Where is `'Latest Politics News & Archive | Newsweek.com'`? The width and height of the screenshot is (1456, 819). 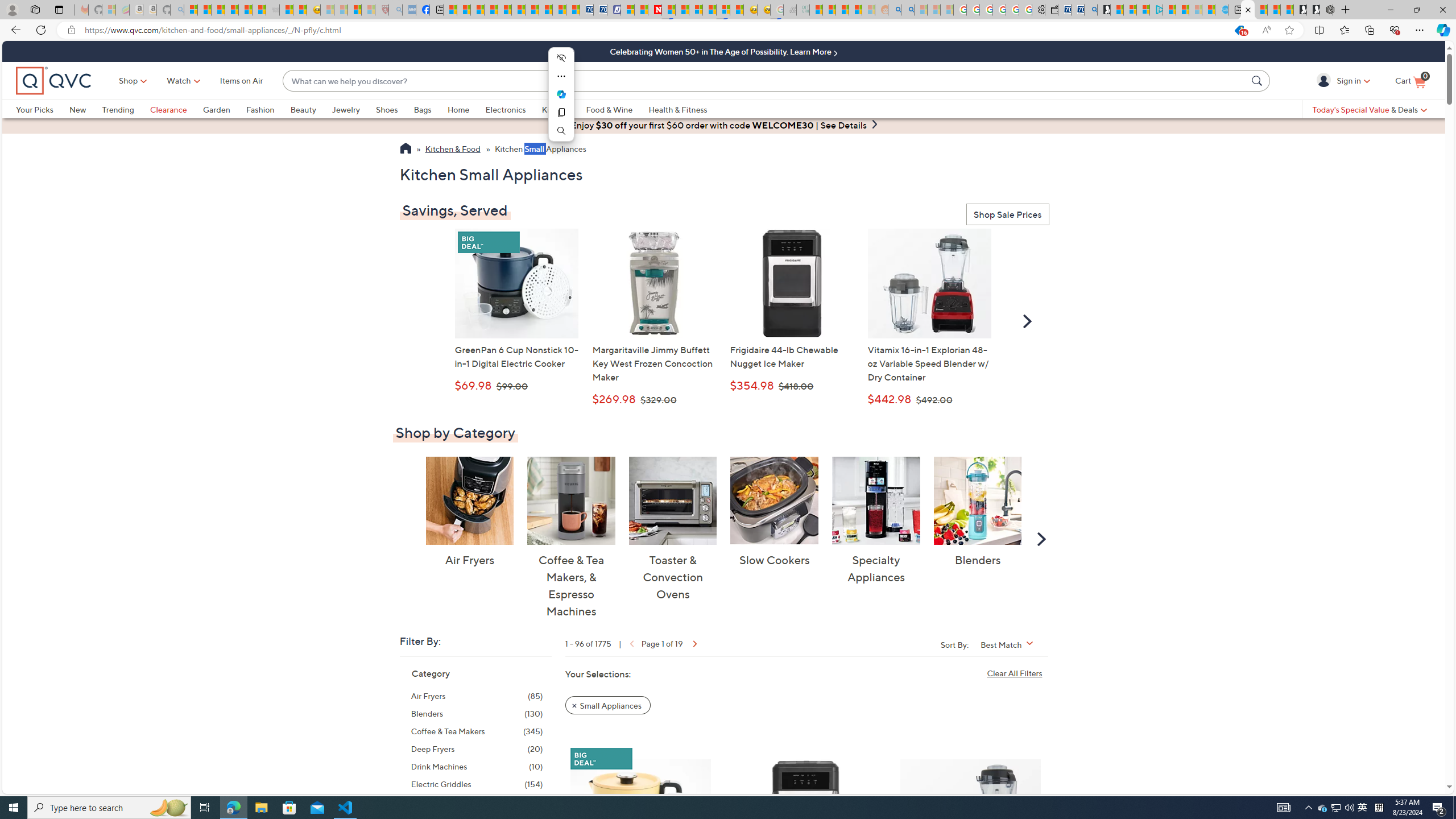 'Latest Politics News & Archive | Newsweek.com' is located at coordinates (655, 9).